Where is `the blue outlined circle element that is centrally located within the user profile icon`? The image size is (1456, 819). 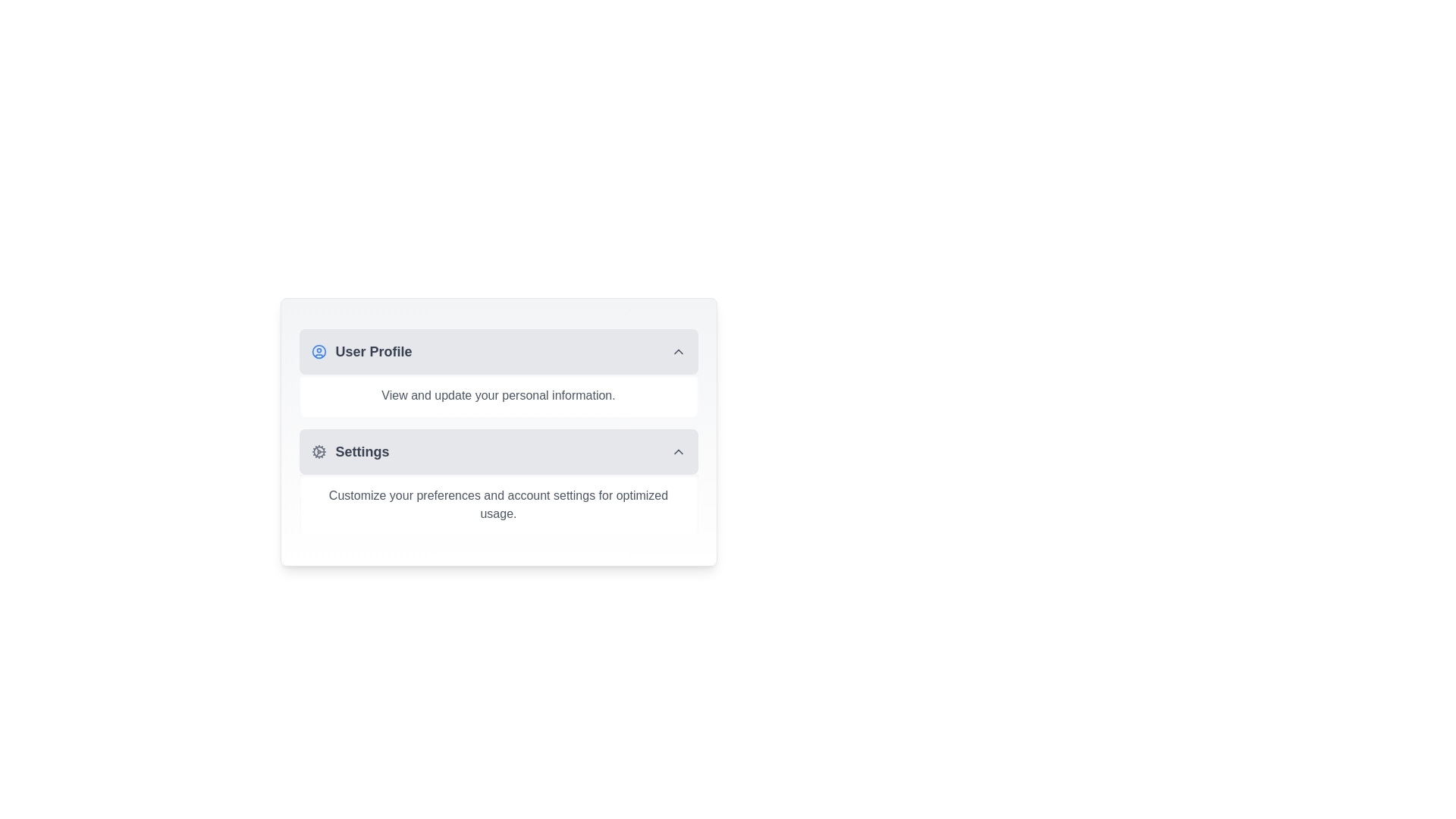
the blue outlined circle element that is centrally located within the user profile icon is located at coordinates (318, 351).